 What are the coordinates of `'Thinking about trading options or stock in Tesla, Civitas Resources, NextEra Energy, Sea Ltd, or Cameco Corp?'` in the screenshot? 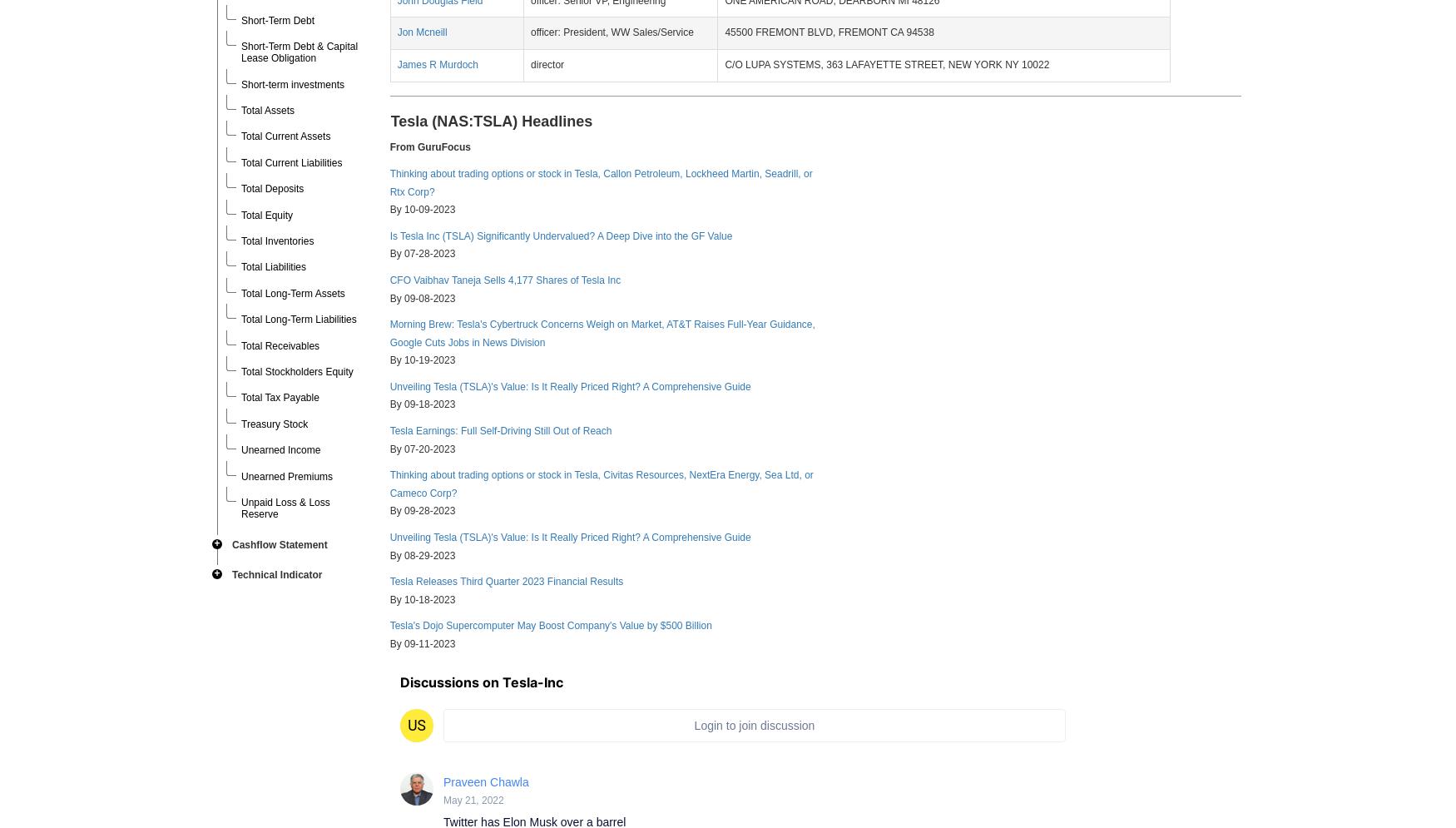 It's located at (601, 483).